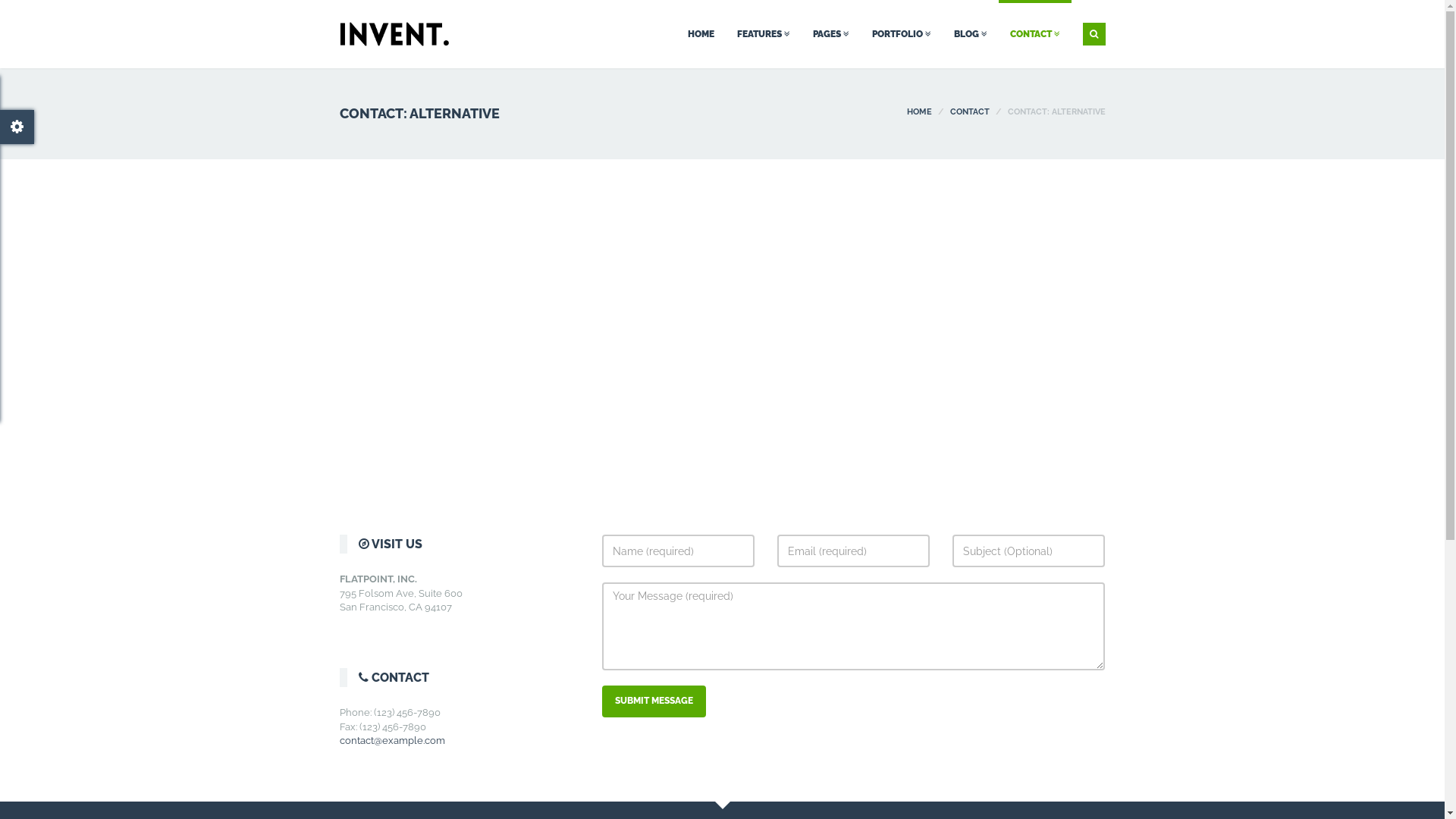  Describe the element at coordinates (700, 34) in the screenshot. I see `'HOME'` at that location.